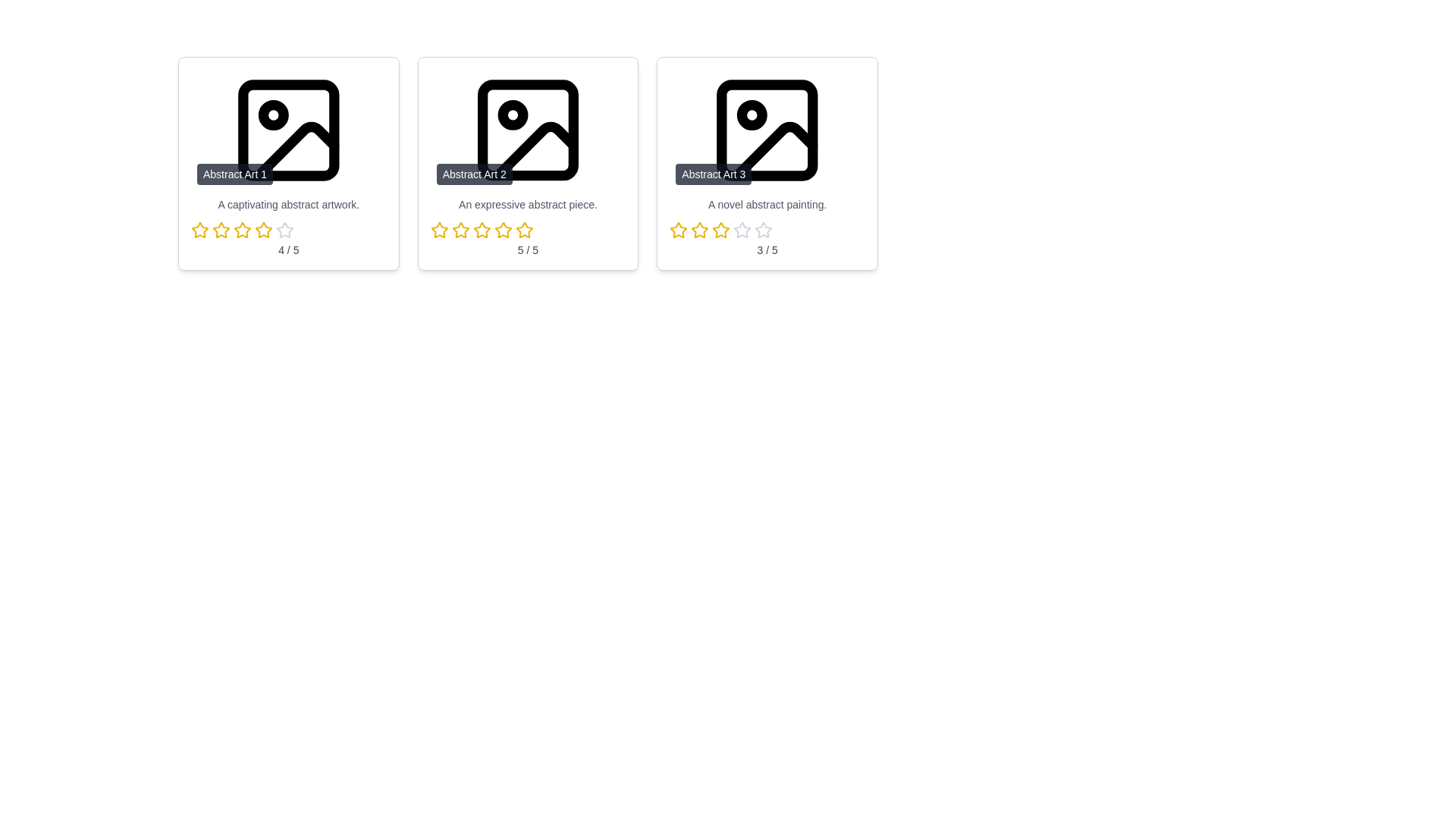 The height and width of the screenshot is (819, 1456). Describe the element at coordinates (528, 130) in the screenshot. I see `the title of artwork Abstract Art 2` at that location.